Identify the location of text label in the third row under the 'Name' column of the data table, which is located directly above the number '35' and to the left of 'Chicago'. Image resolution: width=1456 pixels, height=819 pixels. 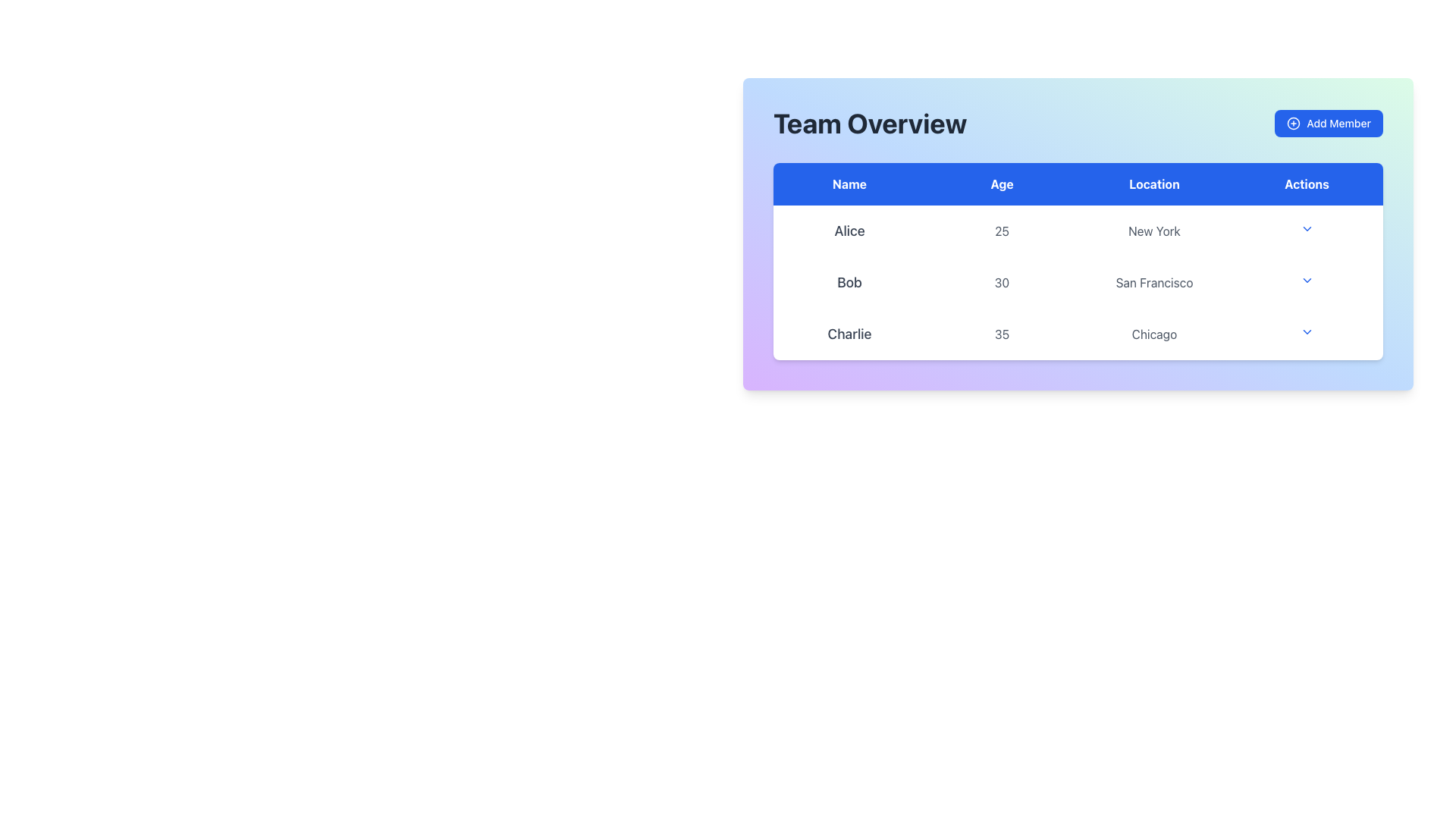
(849, 333).